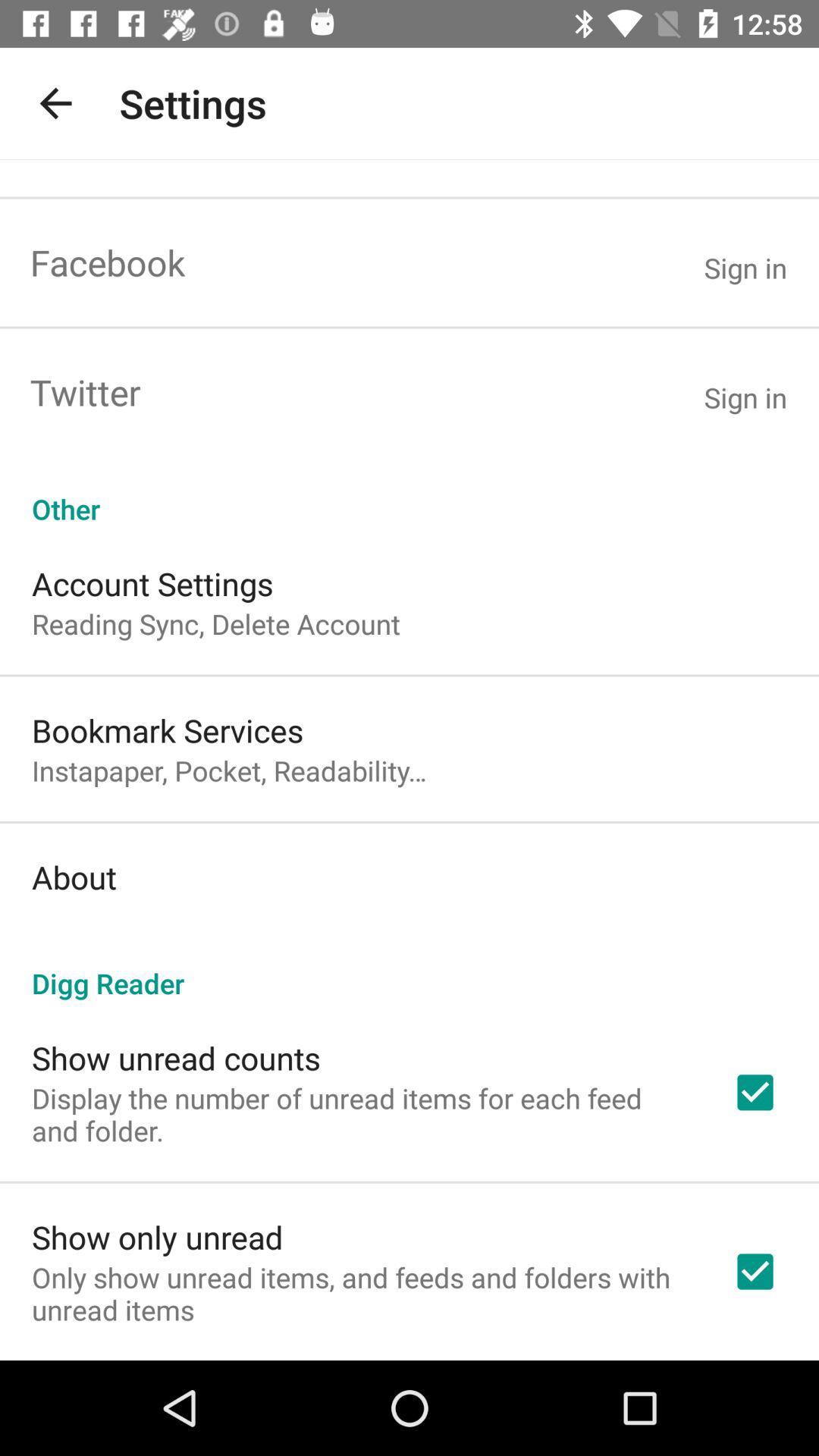 This screenshot has height=1456, width=819. I want to click on about item, so click(74, 877).